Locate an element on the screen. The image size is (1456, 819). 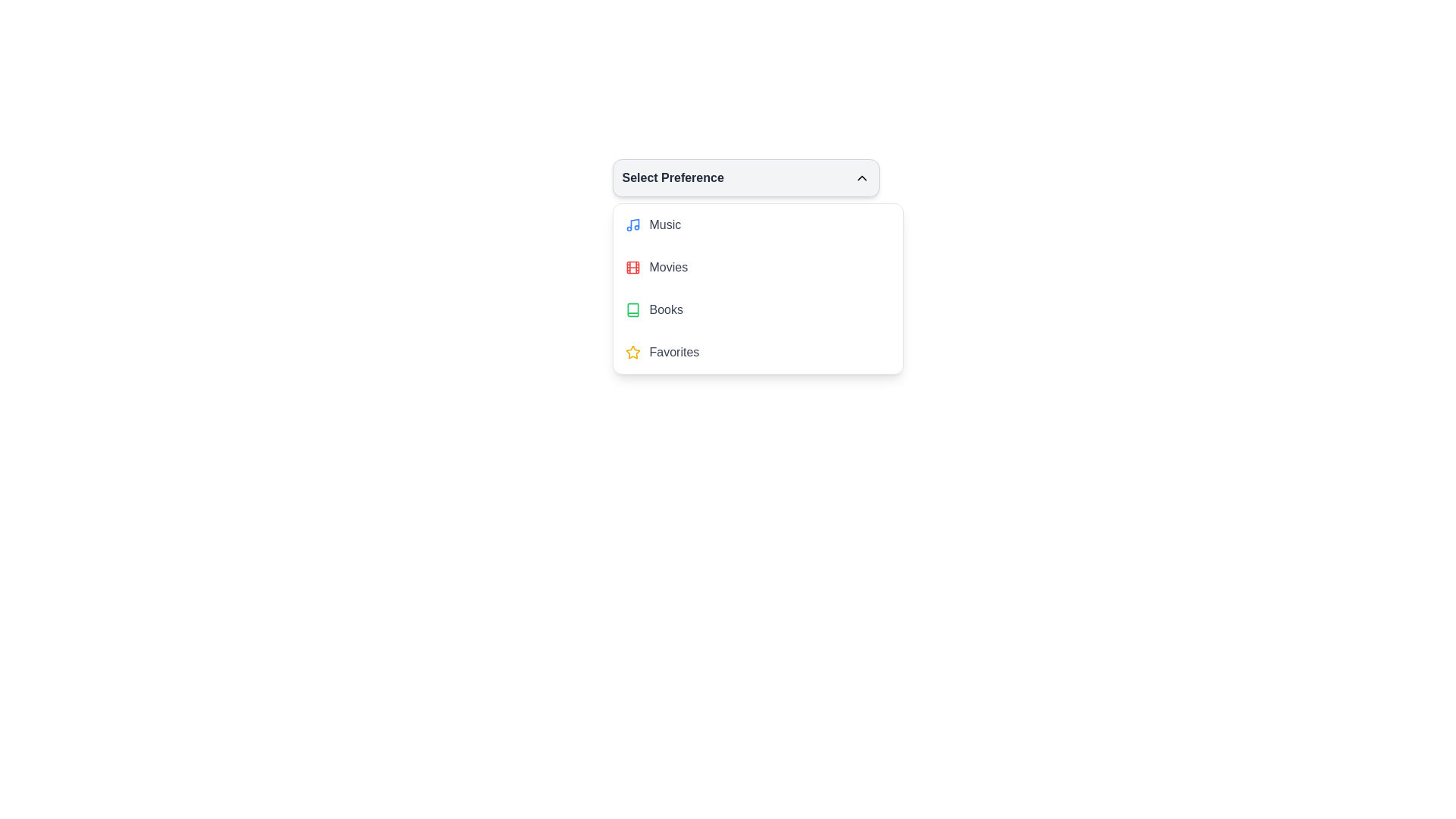
'Books' text label, which is the third option in the dropdown menu labeled 'Select Preference' and is positioned to the right of the green book icon is located at coordinates (666, 309).